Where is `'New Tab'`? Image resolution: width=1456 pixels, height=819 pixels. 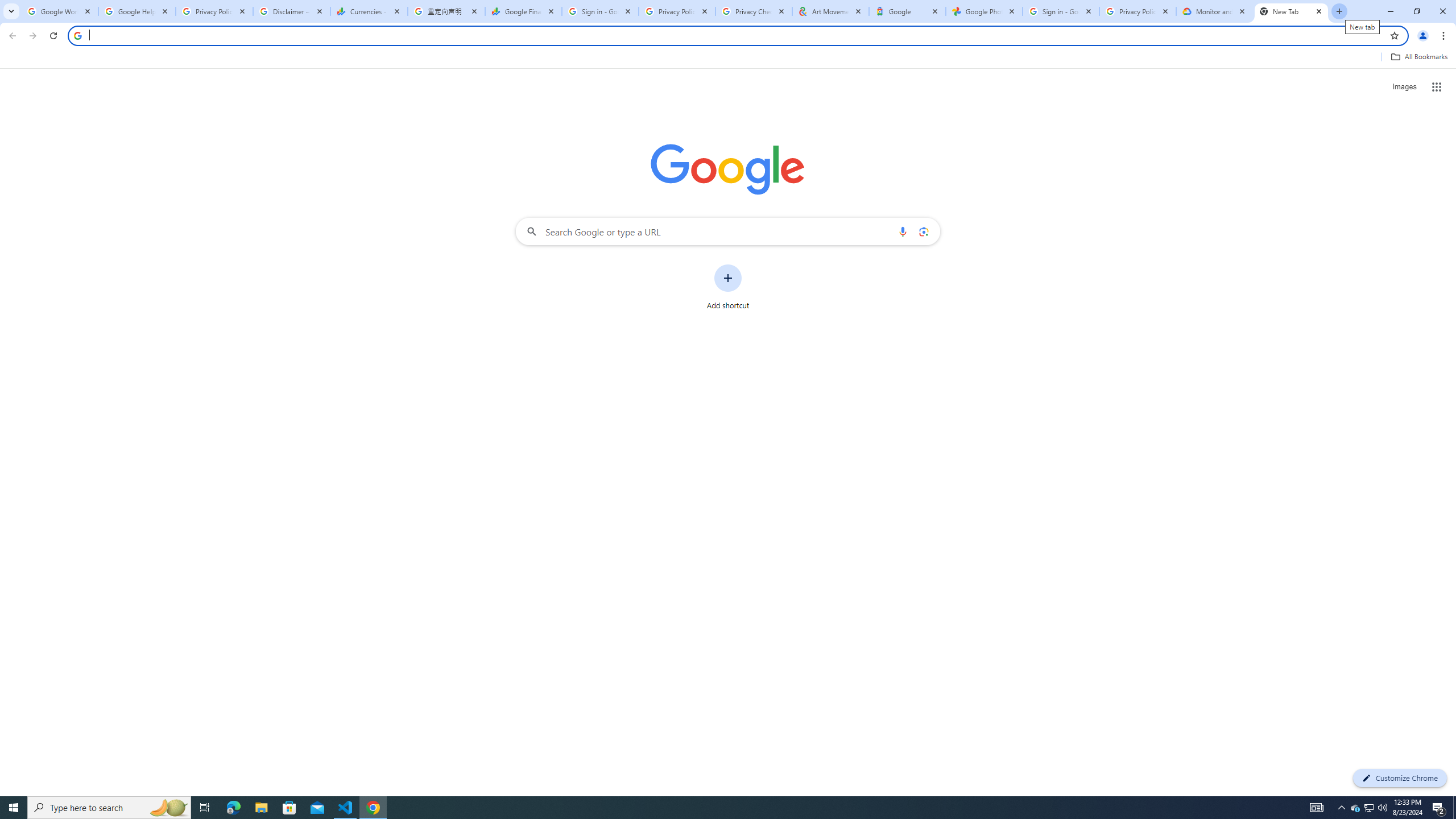
'New Tab' is located at coordinates (1291, 11).